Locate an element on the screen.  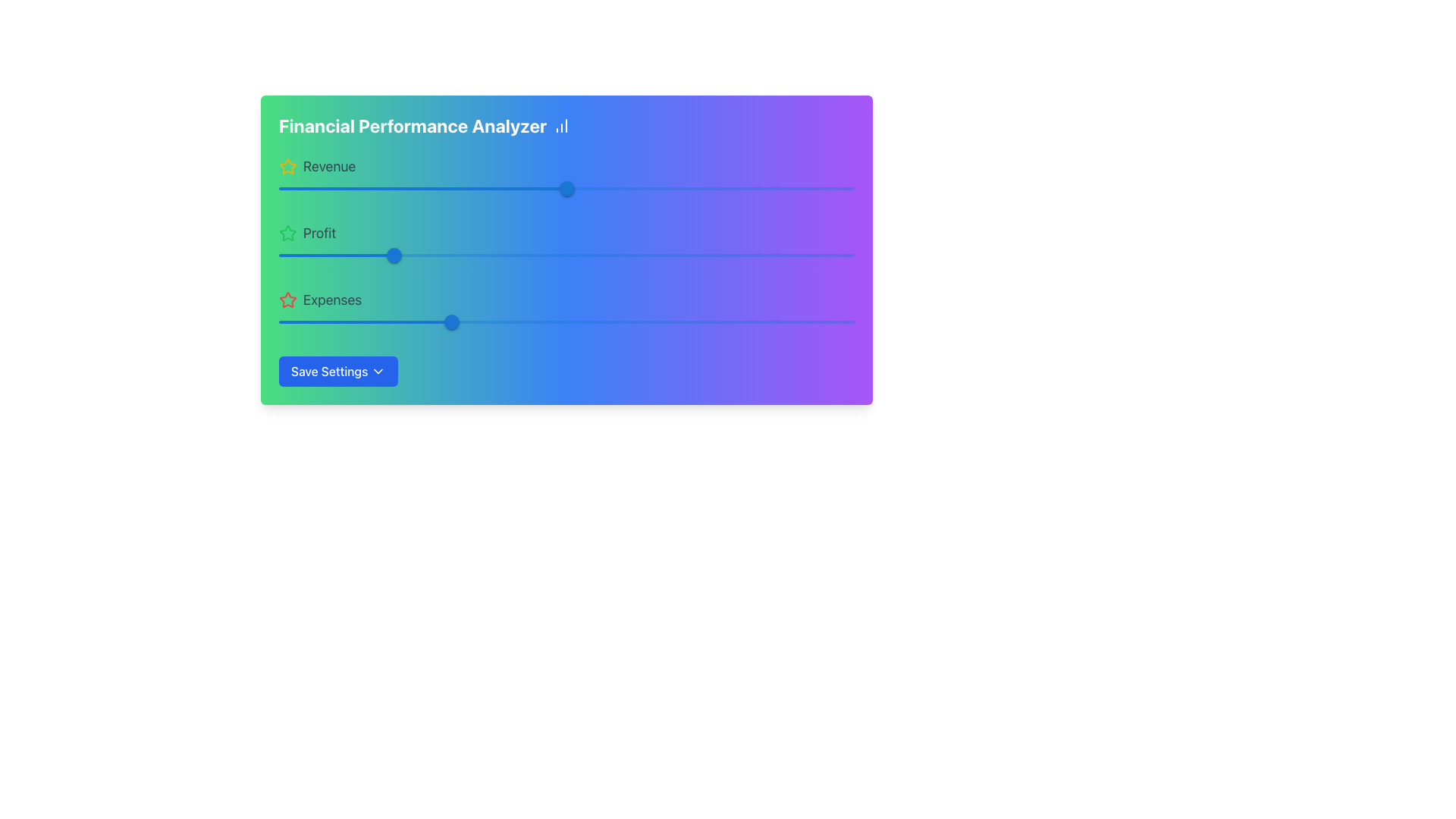
the slider value is located at coordinates (564, 188).